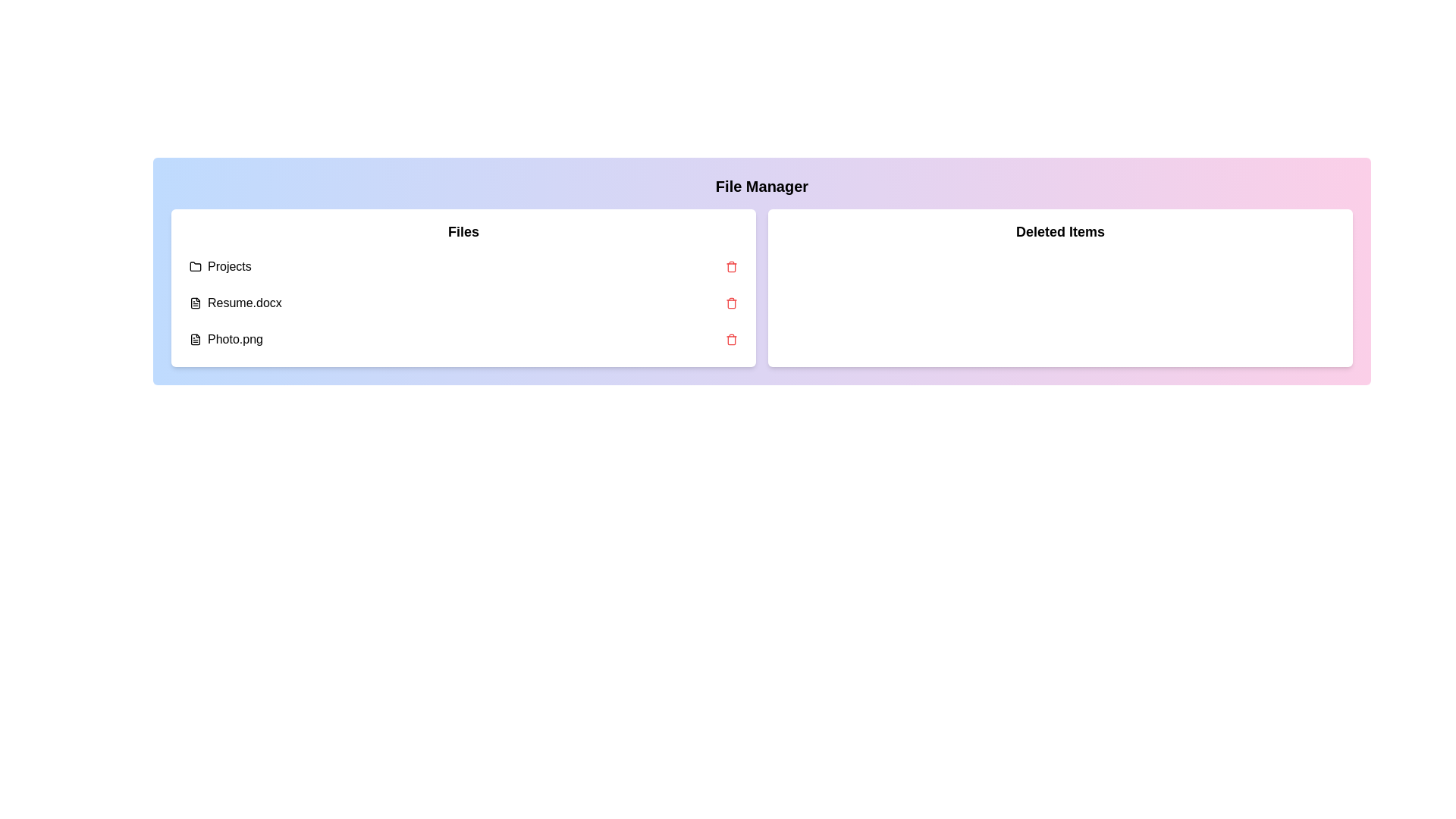 The width and height of the screenshot is (1456, 819). I want to click on delete button next to the file Resume.docx, so click(731, 303).